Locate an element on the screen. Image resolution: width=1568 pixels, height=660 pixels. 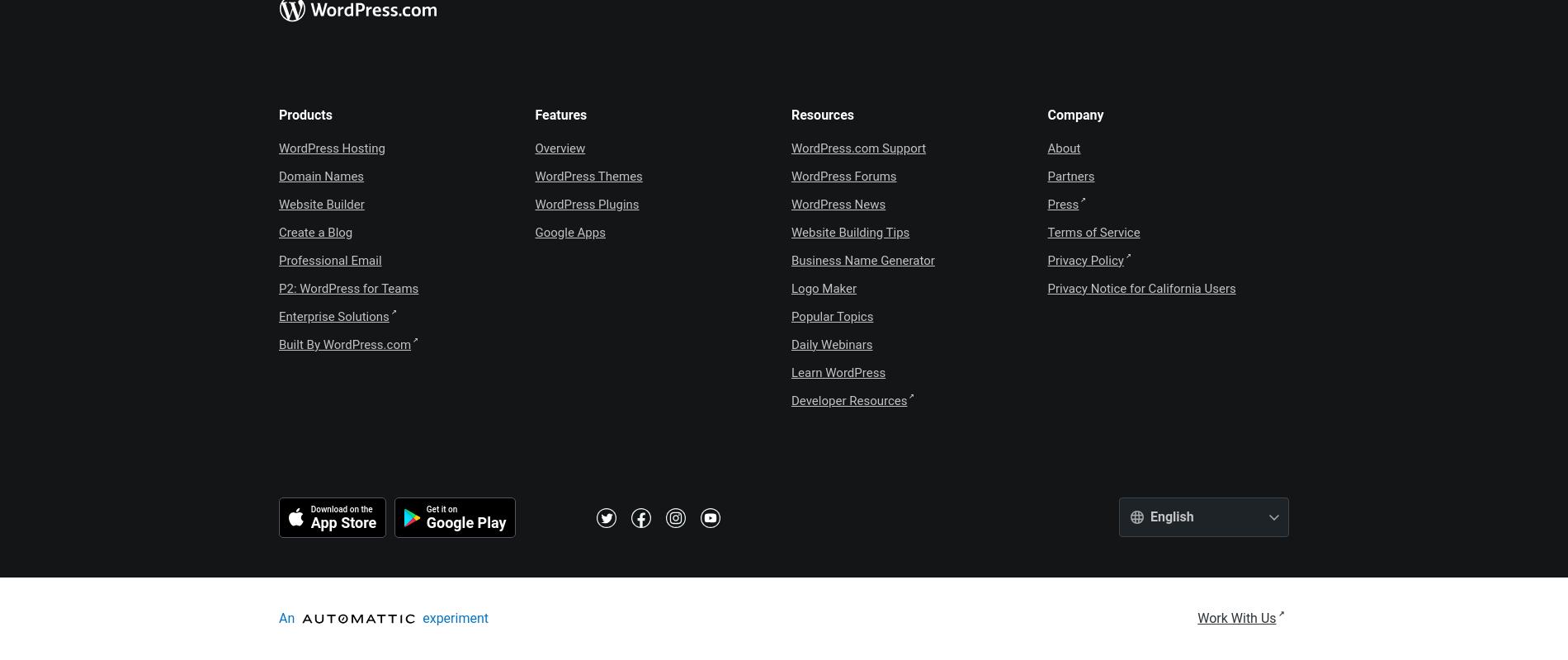
'Website Building Tips' is located at coordinates (791, 232).